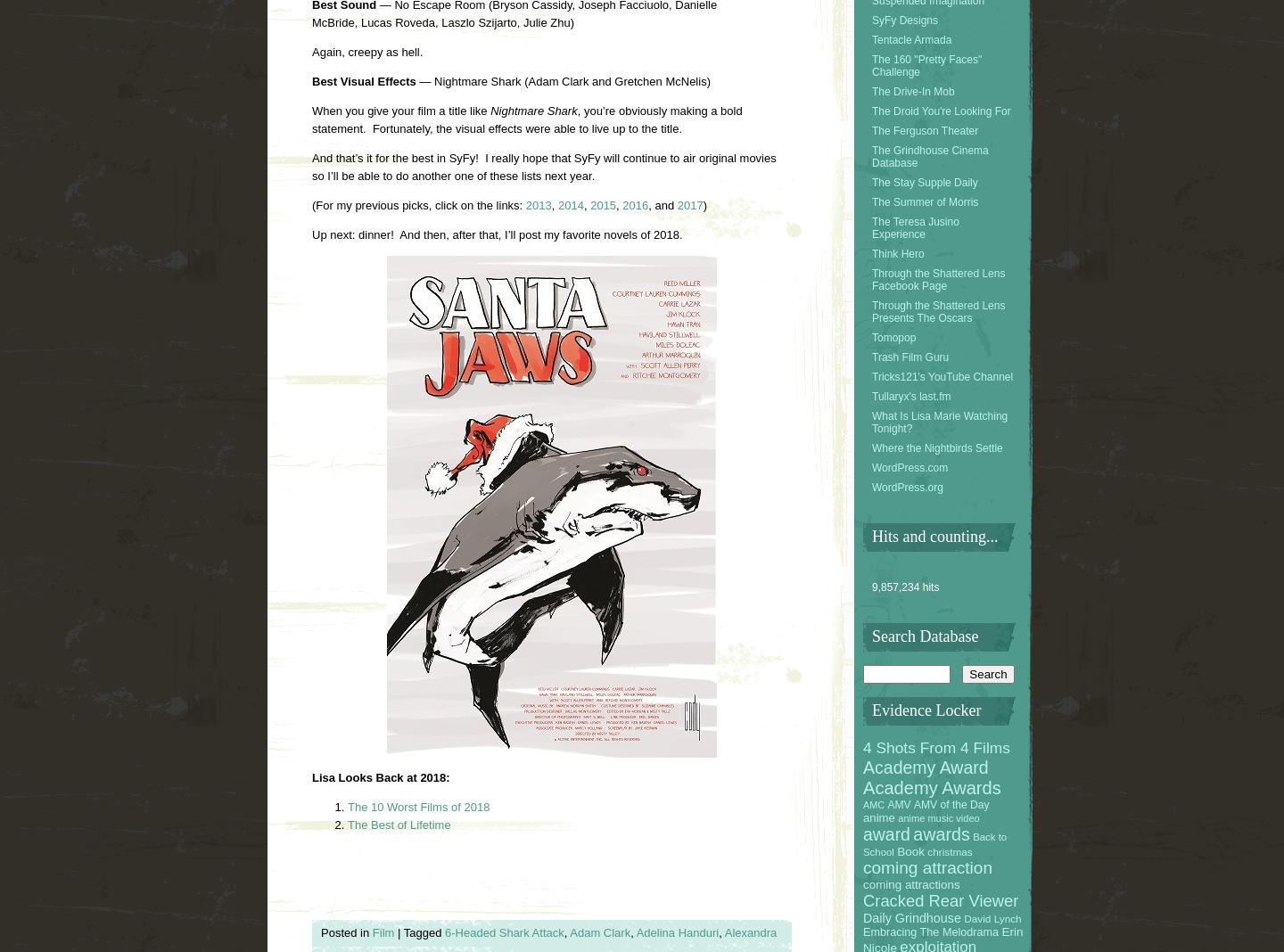 The height and width of the screenshot is (952, 1284). Describe the element at coordinates (871, 636) in the screenshot. I see `'Search Database'` at that location.